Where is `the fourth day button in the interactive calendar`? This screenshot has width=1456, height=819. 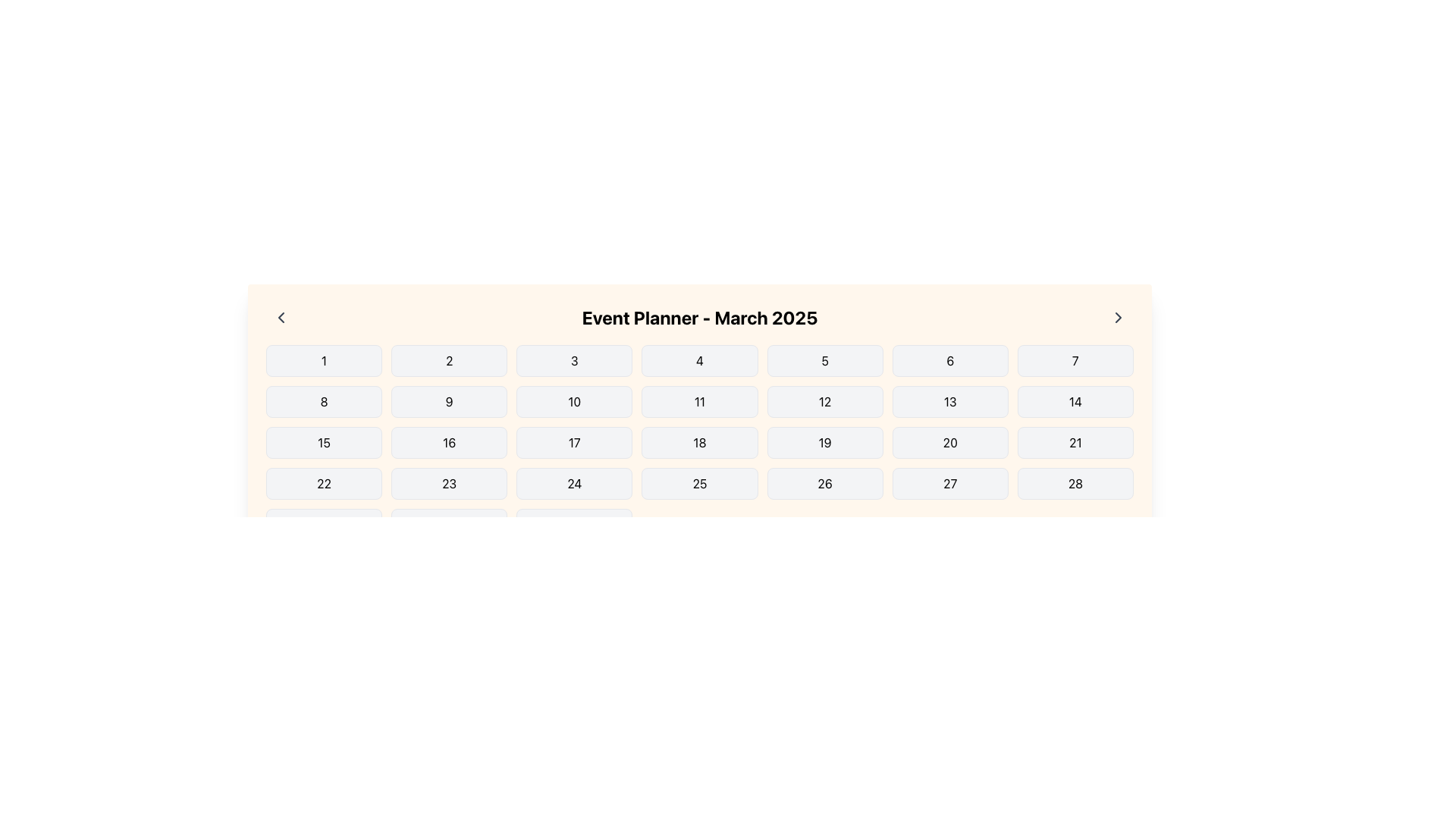 the fourth day button in the interactive calendar is located at coordinates (698, 360).